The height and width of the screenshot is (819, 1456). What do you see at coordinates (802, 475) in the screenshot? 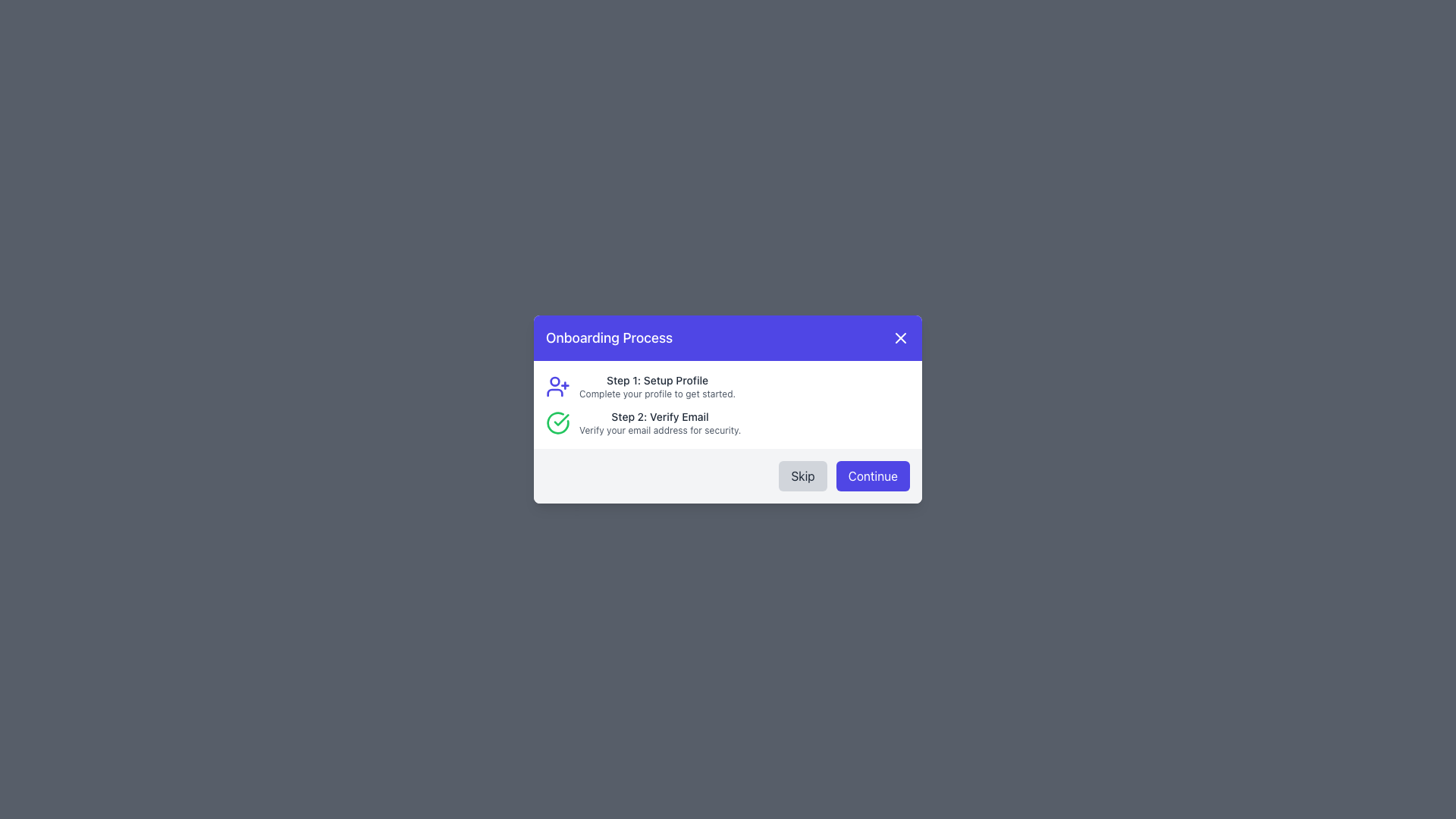
I see `the 'Skip' button, which is a rectangular button with dark gray text on a light gray background, located at the bottom-right corner of the modal dialog` at bounding box center [802, 475].